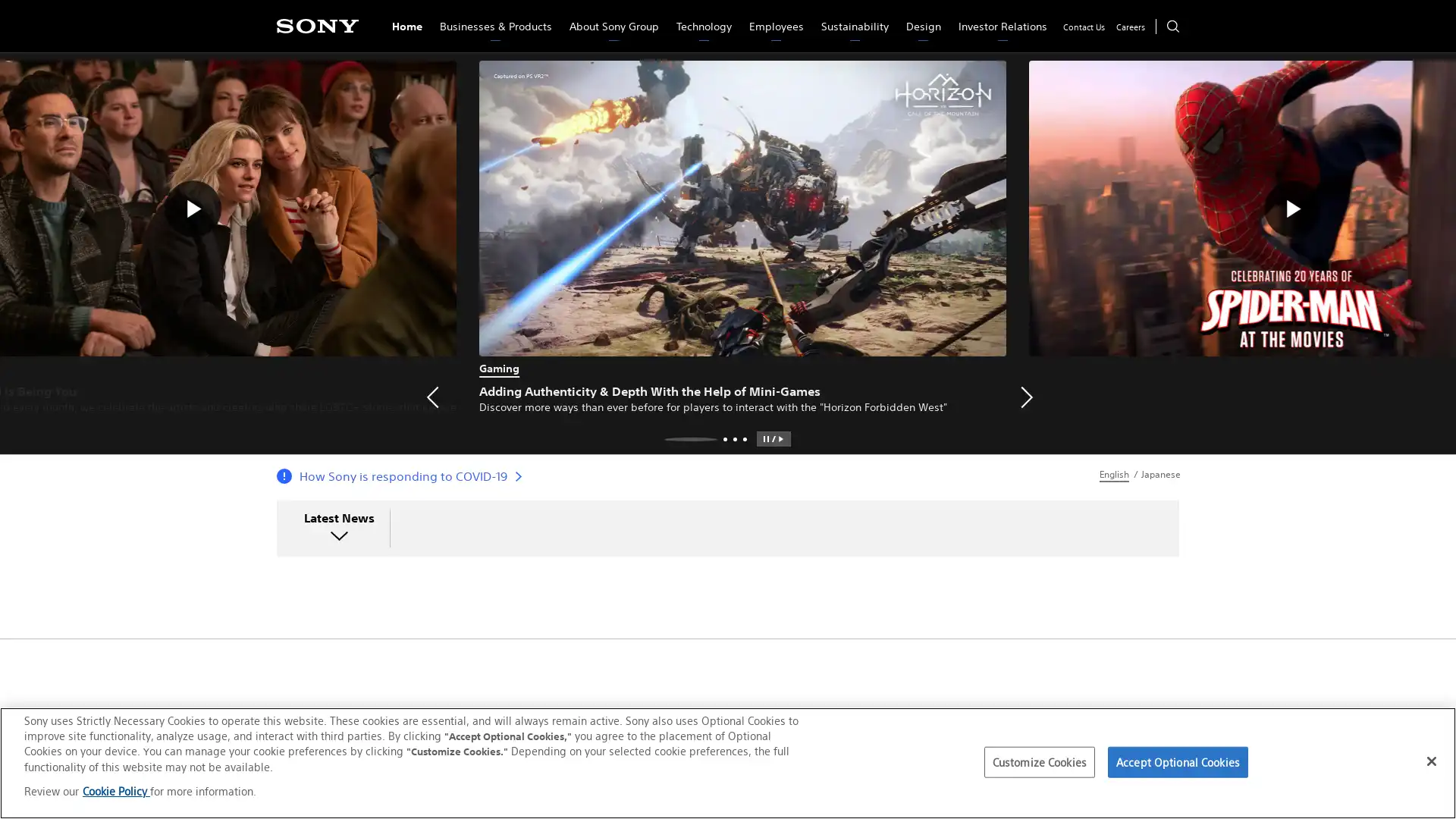  I want to click on pause or play, so click(773, 438).